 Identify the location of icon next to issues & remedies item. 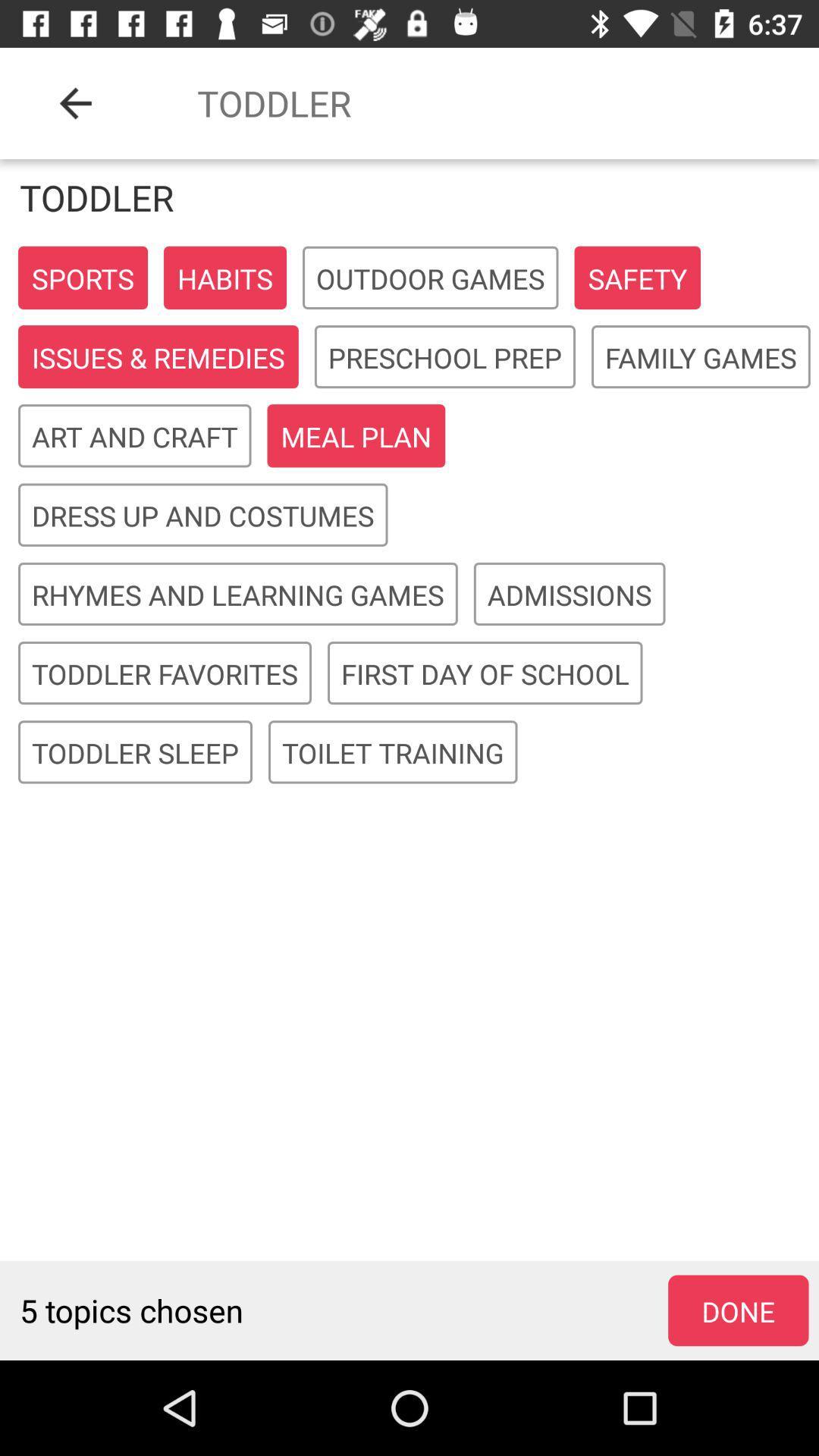
(444, 356).